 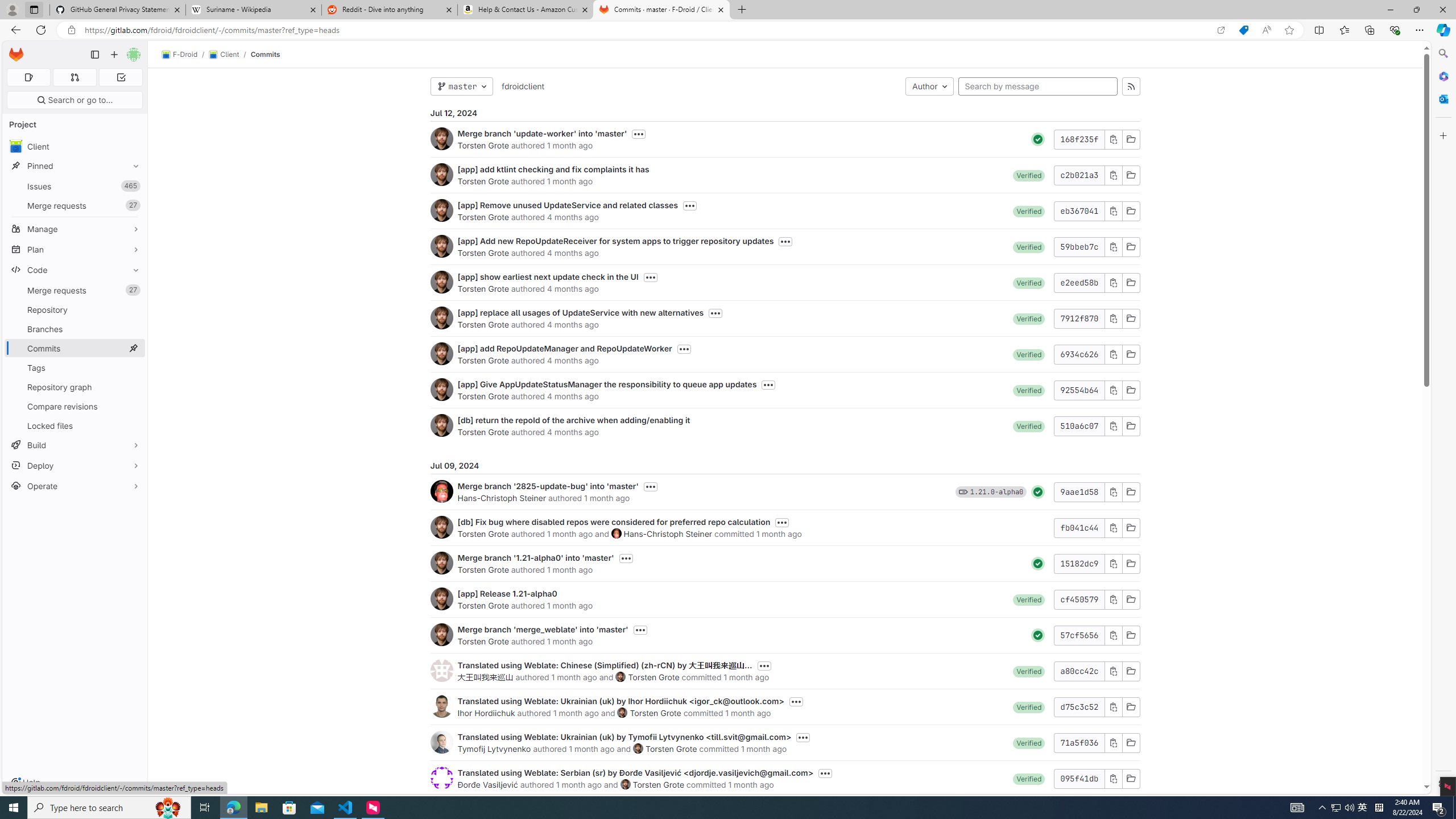 What do you see at coordinates (617, 533) in the screenshot?
I see `'Hans-Christoph Steiner'` at bounding box center [617, 533].